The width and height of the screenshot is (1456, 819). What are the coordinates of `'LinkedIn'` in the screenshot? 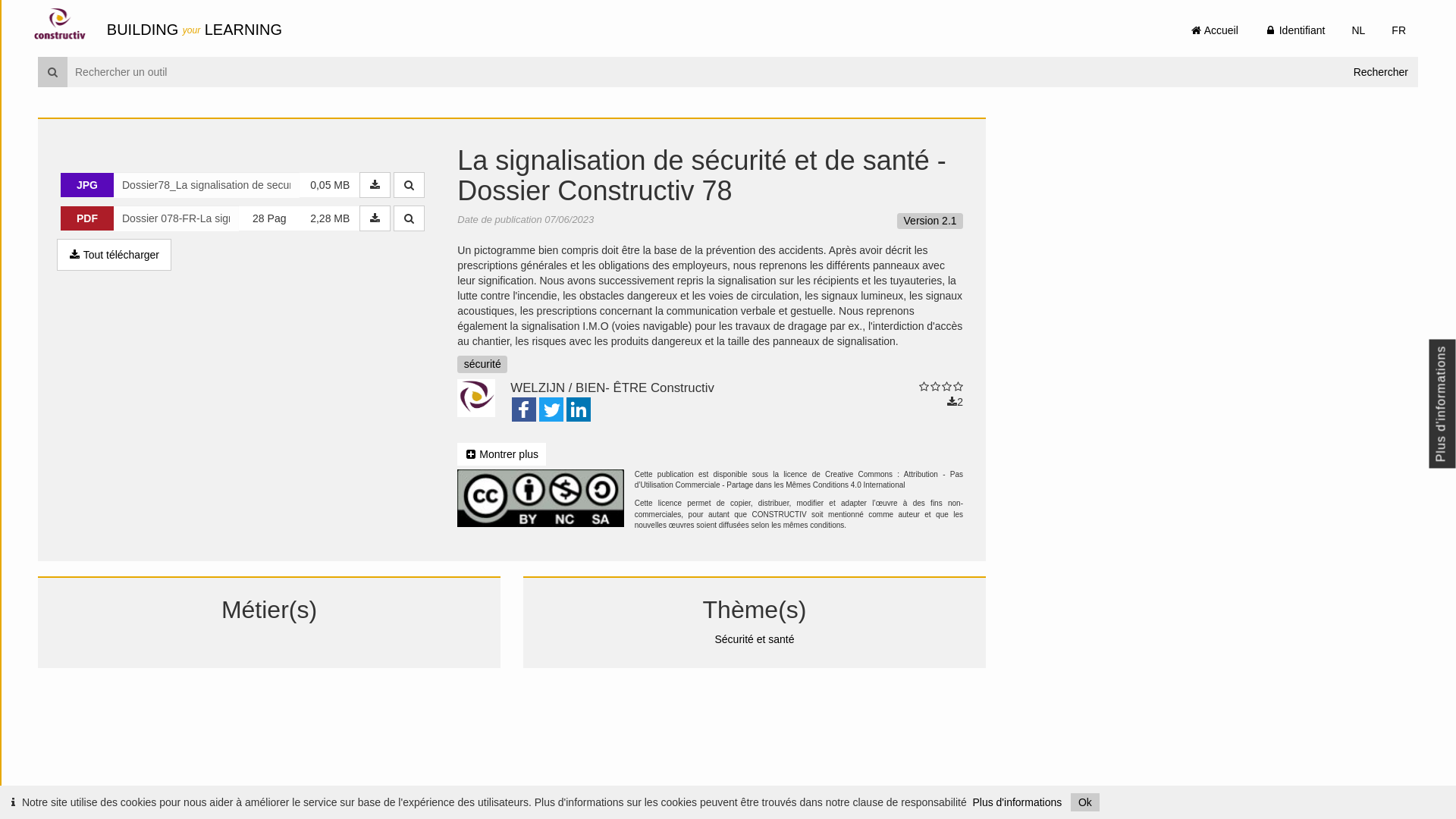 It's located at (578, 409).